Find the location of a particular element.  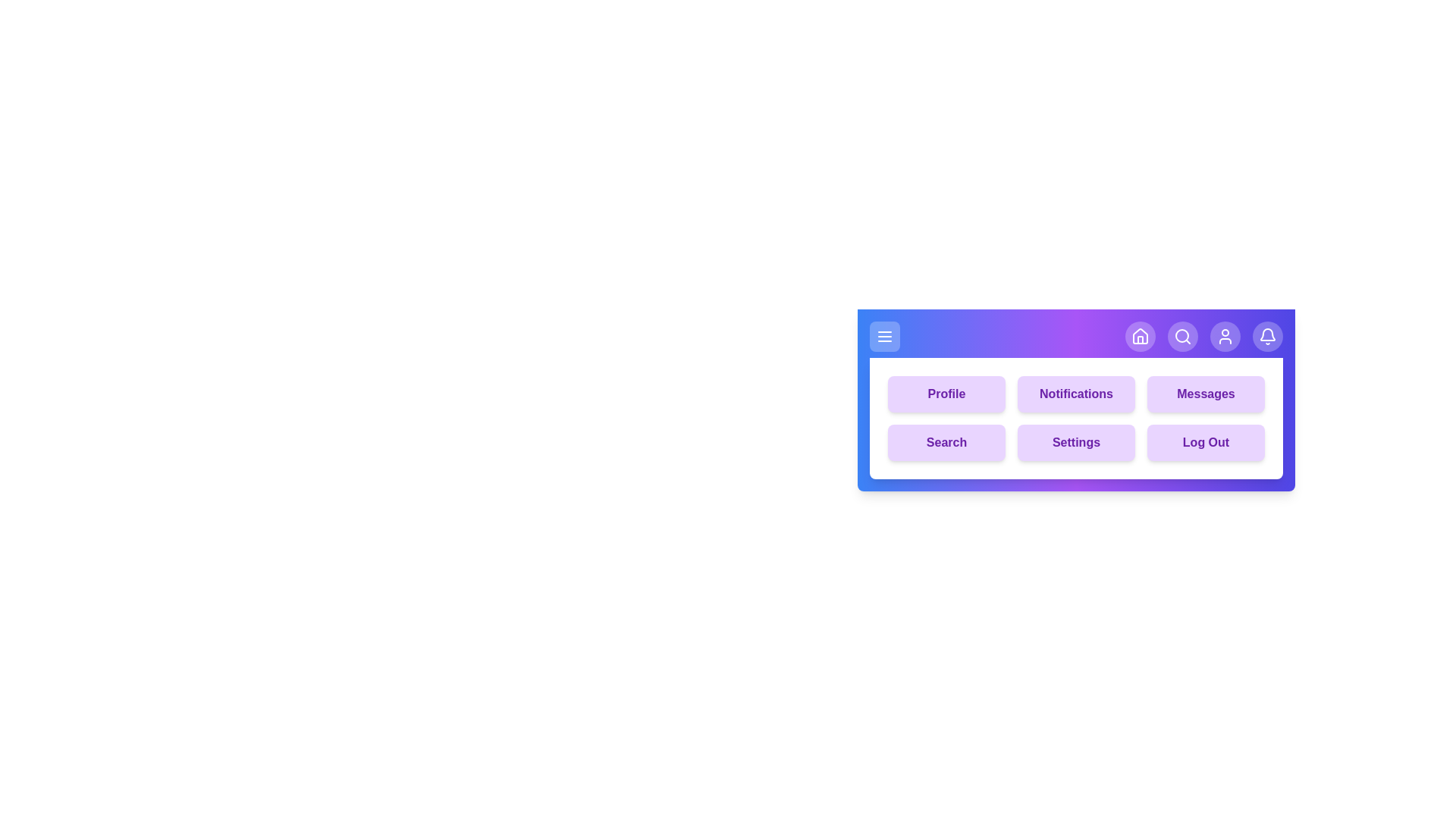

the menu button to toggle the menu visibility is located at coordinates (884, 335).